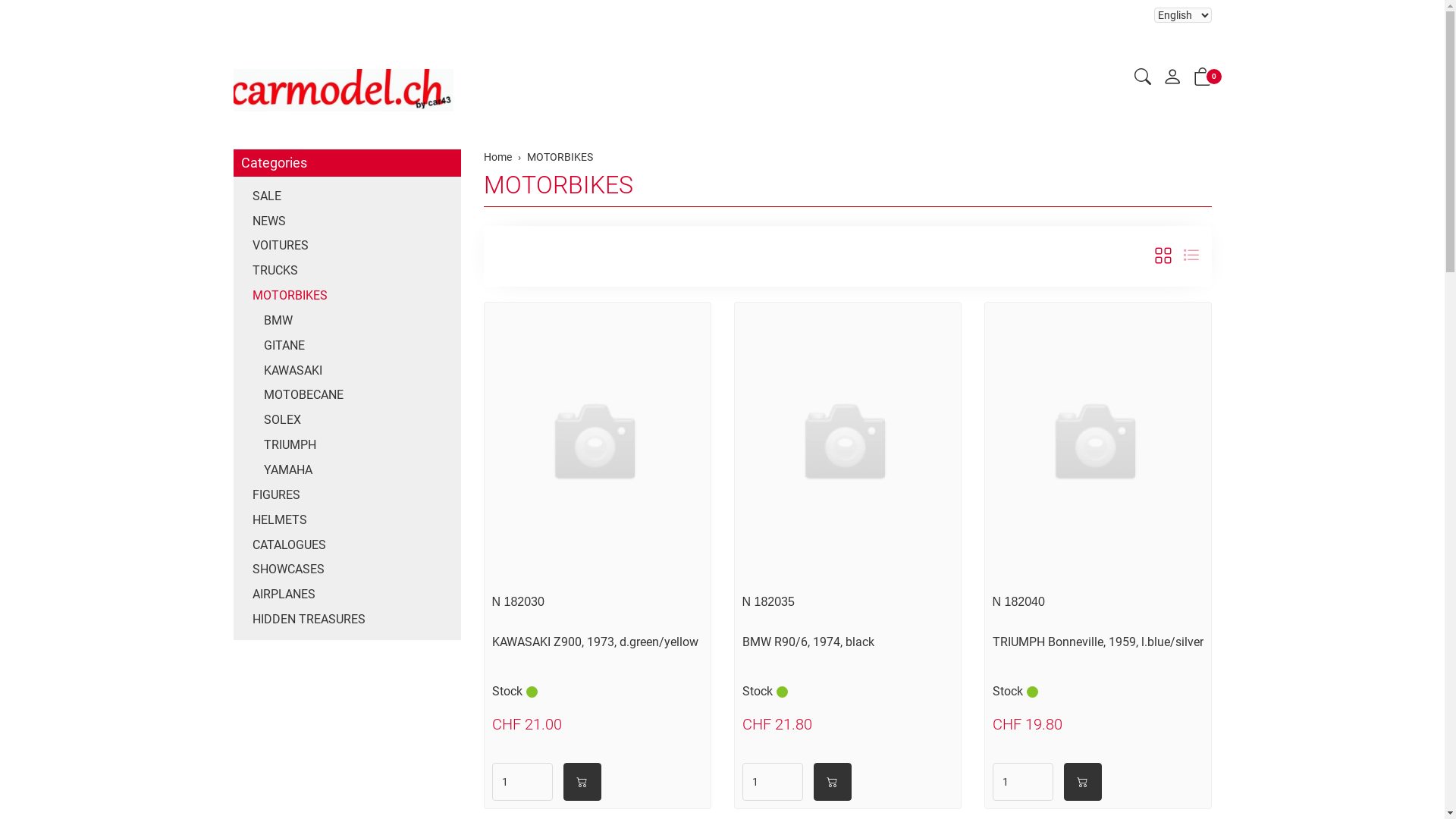 The width and height of the screenshot is (1456, 819). I want to click on 'Quantity', so click(1022, 781).